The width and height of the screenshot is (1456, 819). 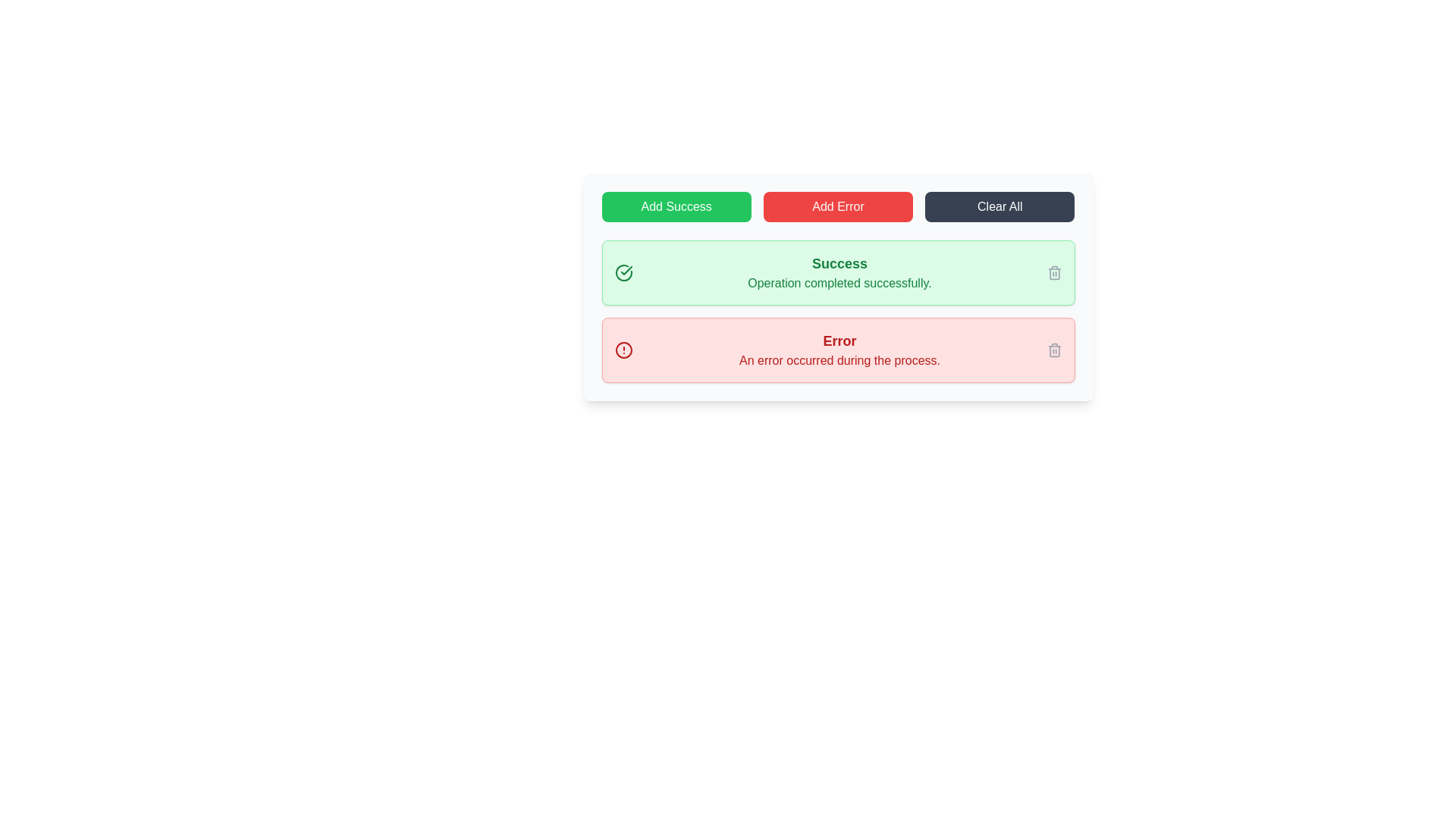 I want to click on the 'Success' text block which is a prominent notification element containing a bold title and descriptive text, located beneath the primary action buttons, so click(x=839, y=271).